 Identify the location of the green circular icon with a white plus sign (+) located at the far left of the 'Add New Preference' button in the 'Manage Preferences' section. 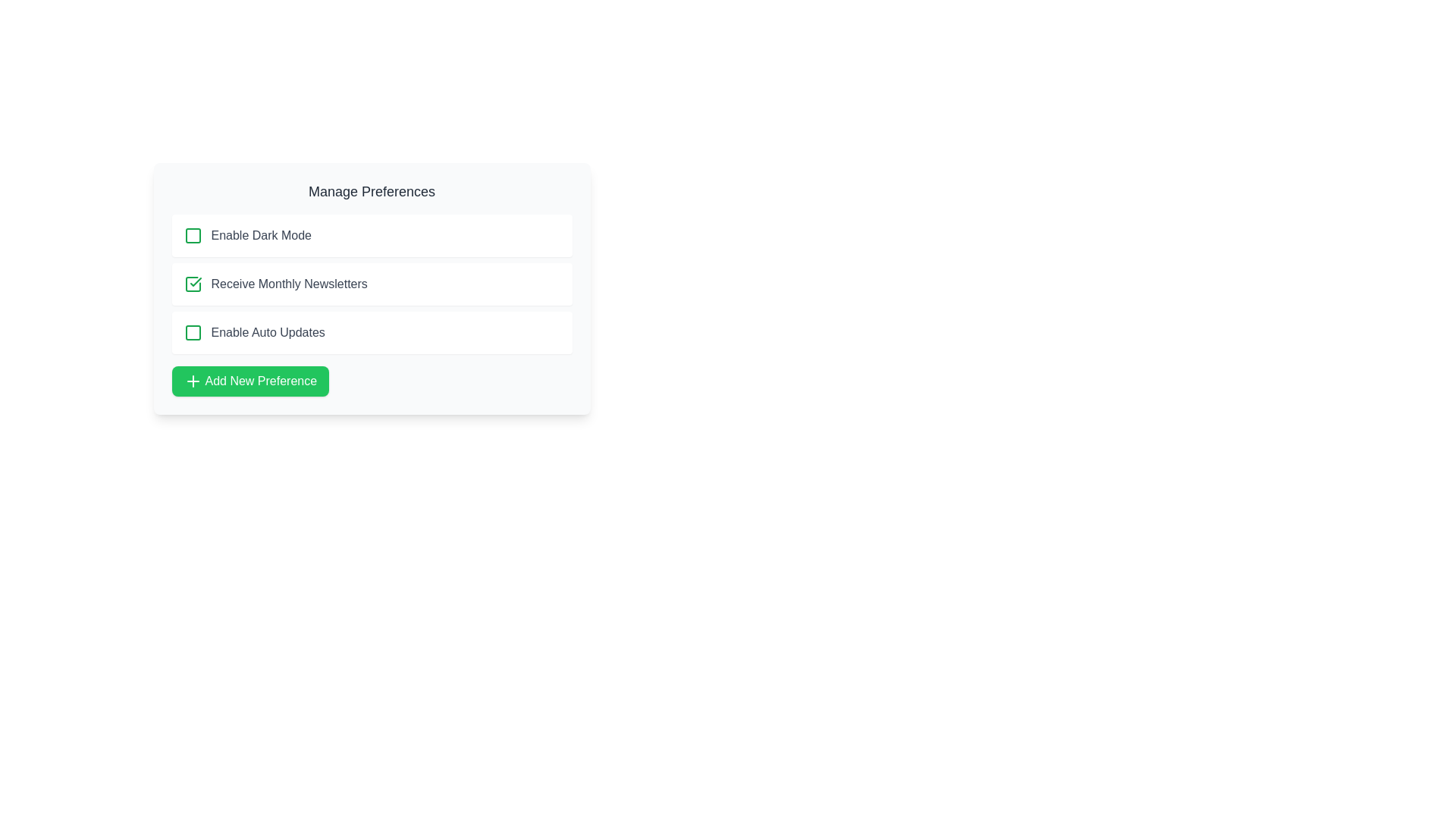
(192, 380).